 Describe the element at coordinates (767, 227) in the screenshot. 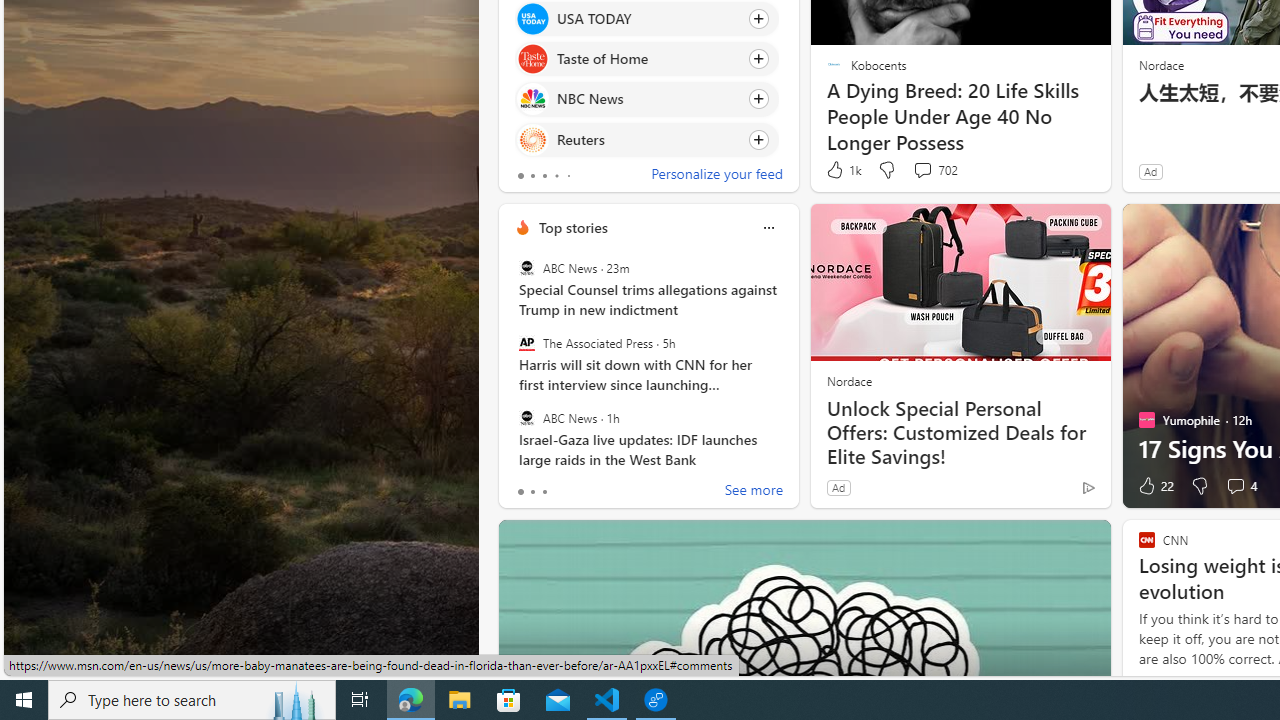

I see `'Class: icon-img'` at that location.